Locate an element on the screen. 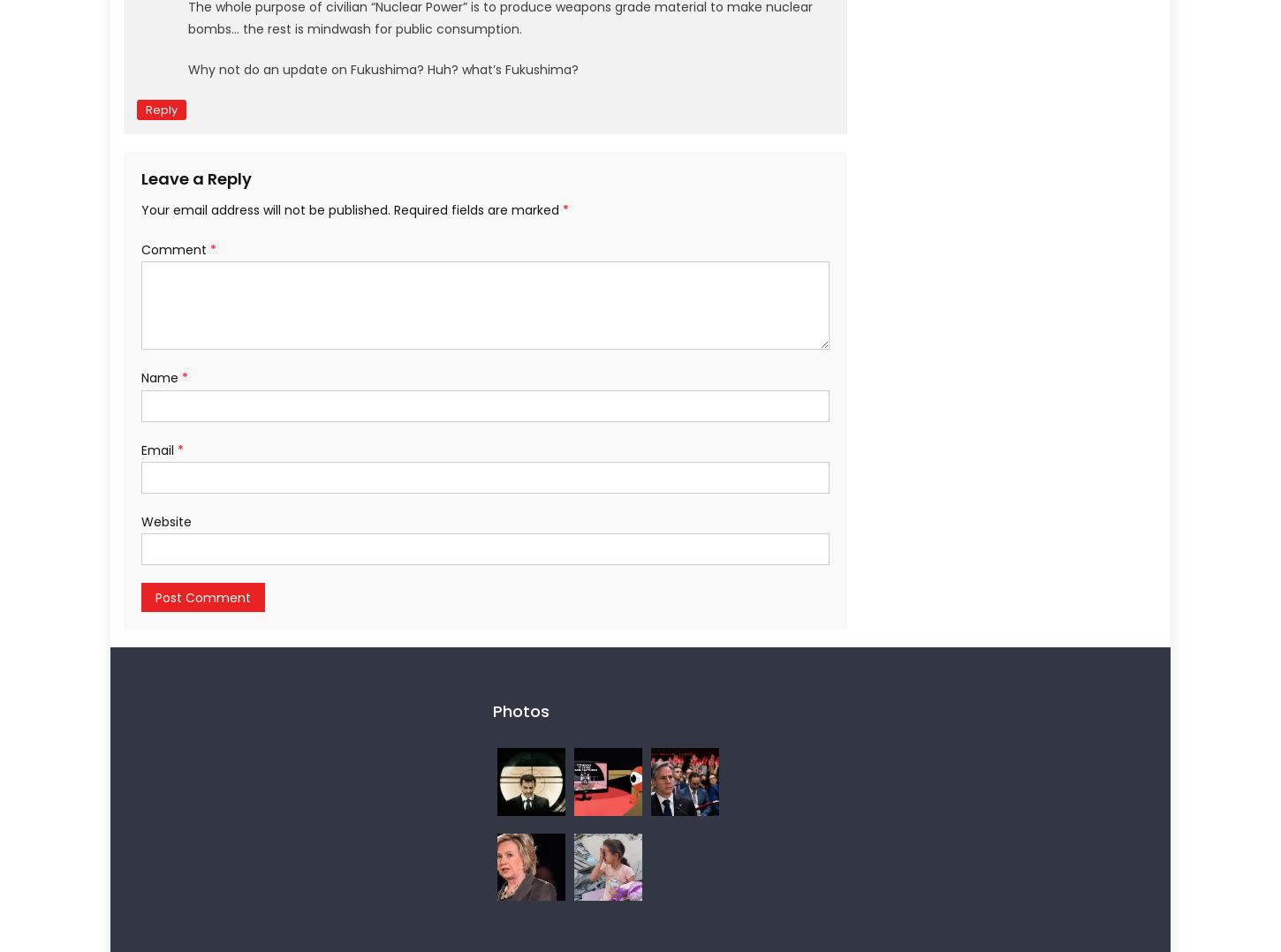  'Why not do an update on Fukushima? Huh? what’s Fukushima?' is located at coordinates (382, 68).